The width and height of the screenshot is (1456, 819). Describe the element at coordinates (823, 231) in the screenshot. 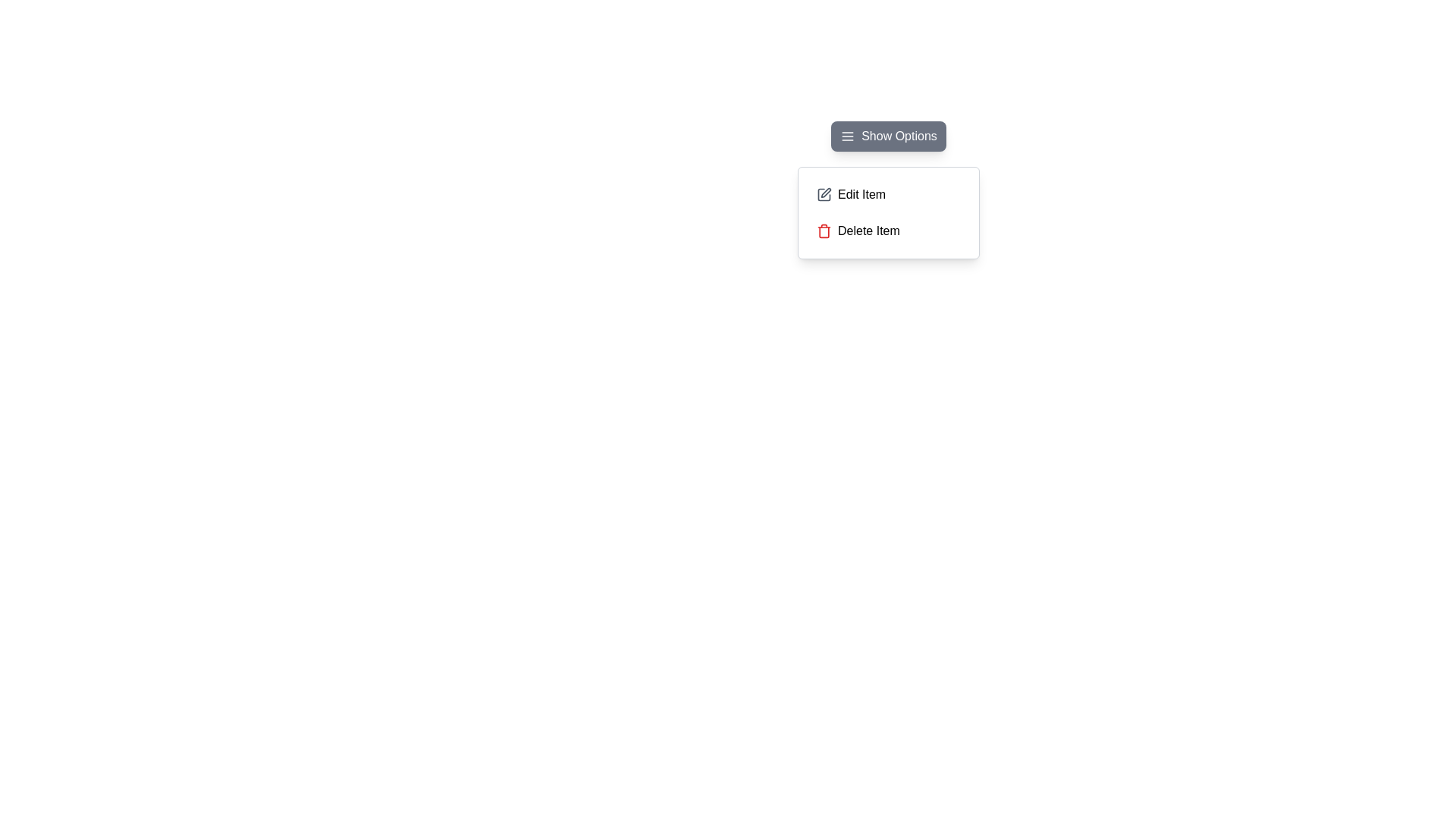

I see `the body of the trash icon, which is part of the delete action in the menu` at that location.